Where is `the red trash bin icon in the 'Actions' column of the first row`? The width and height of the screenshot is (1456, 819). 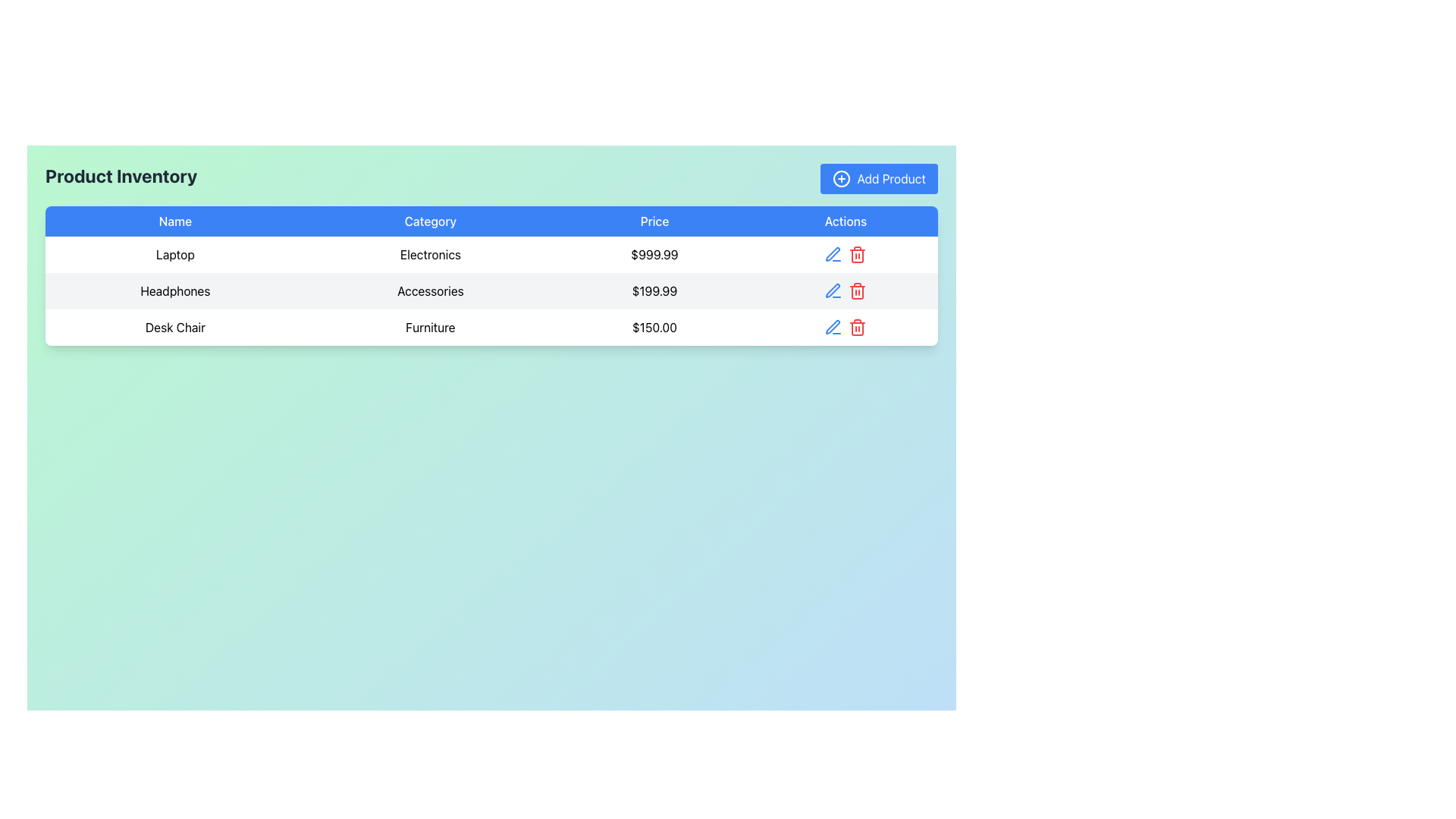
the red trash bin icon in the 'Actions' column of the first row is located at coordinates (845, 253).